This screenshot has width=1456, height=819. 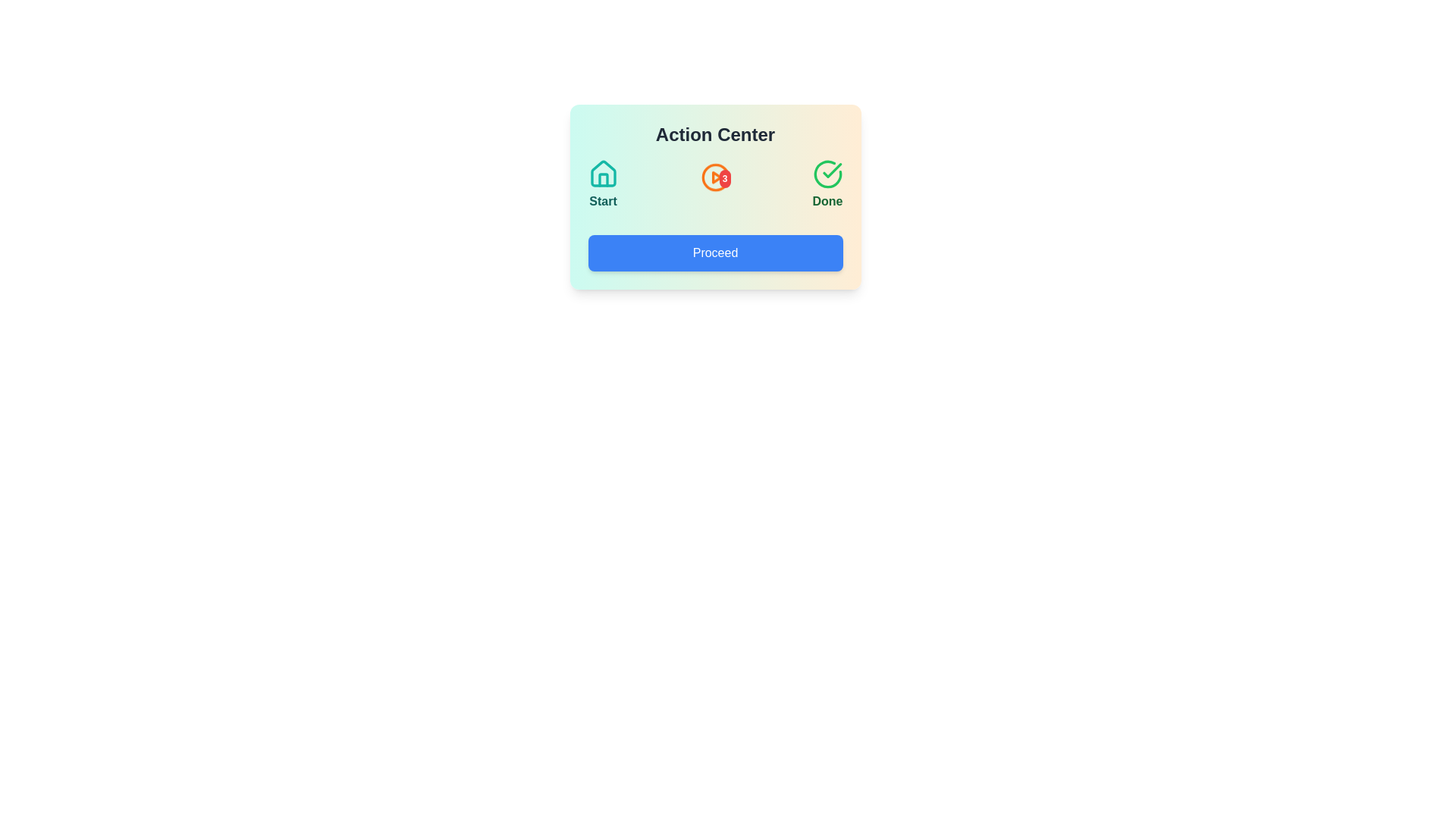 I want to click on assistive technologies, so click(x=602, y=173).